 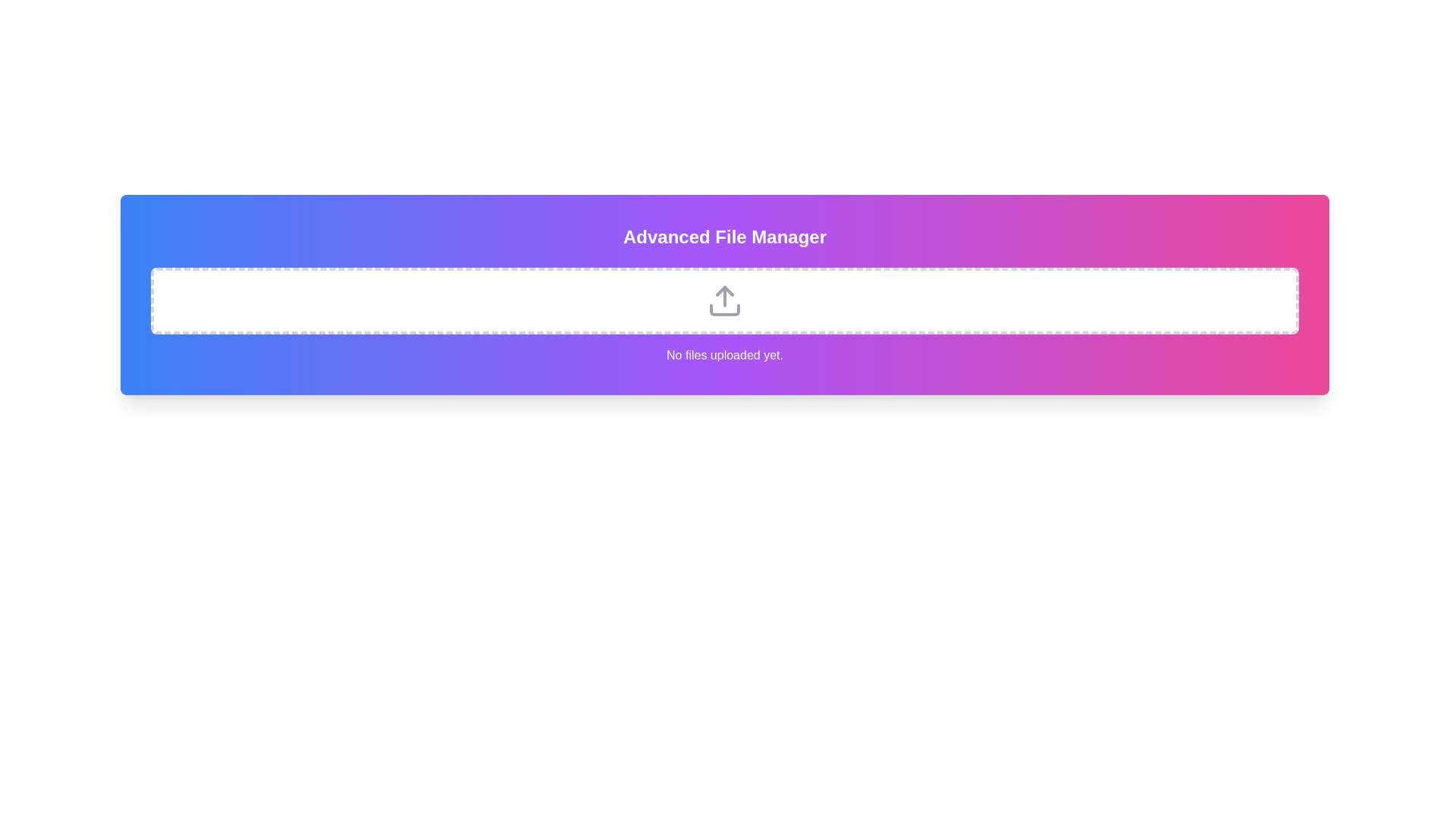 I want to click on the interactive file upload area below the 'Advanced File Manager' text, so click(x=723, y=301).